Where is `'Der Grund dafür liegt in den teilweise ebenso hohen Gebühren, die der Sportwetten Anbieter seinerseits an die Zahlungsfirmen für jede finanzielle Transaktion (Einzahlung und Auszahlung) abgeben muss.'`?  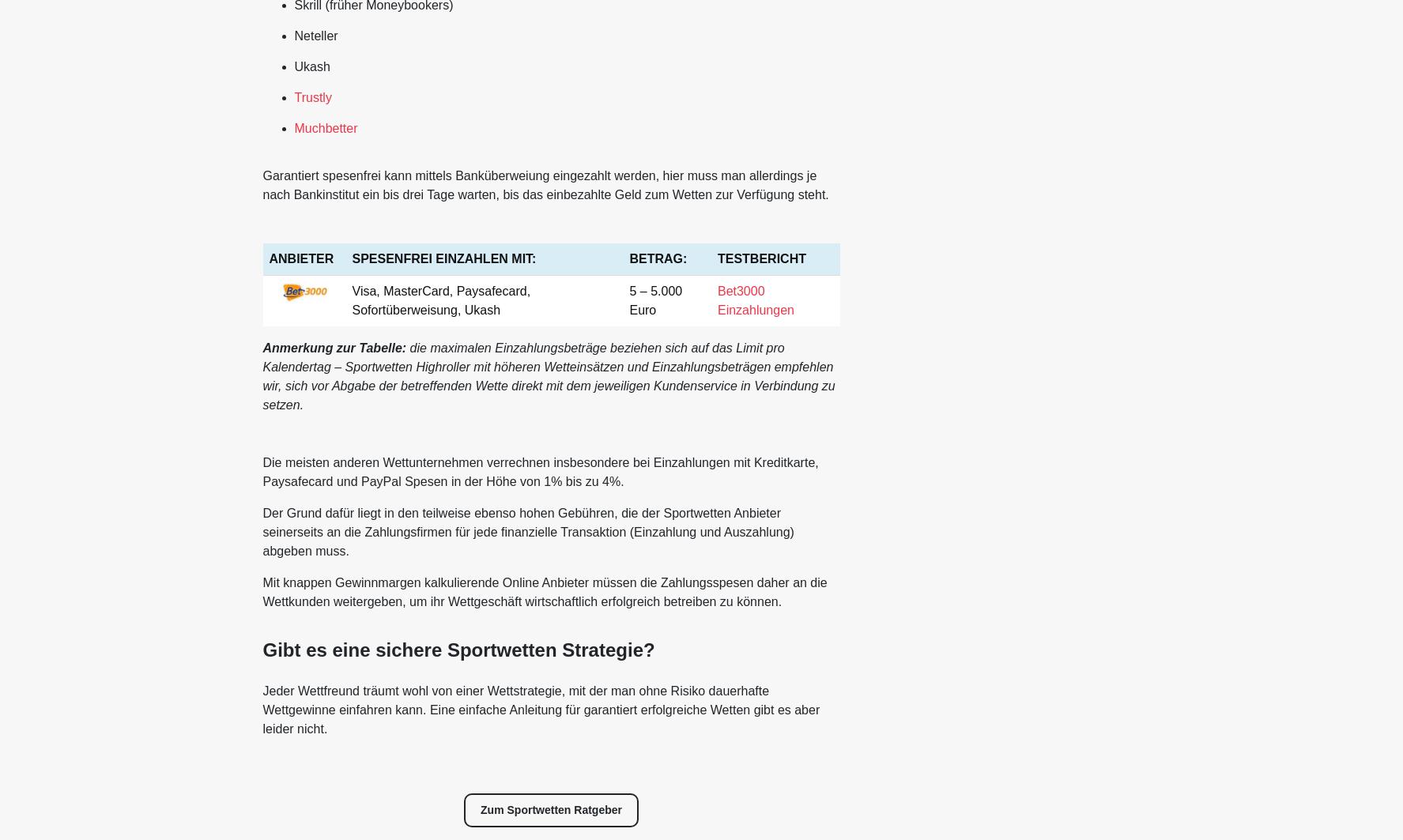
'Der Grund dafür liegt in den teilweise ebenso hohen Gebühren, die der Sportwetten Anbieter seinerseits an die Zahlungsfirmen für jede finanzielle Transaktion (Einzahlung und Auszahlung) abgeben muss.' is located at coordinates (526, 530).